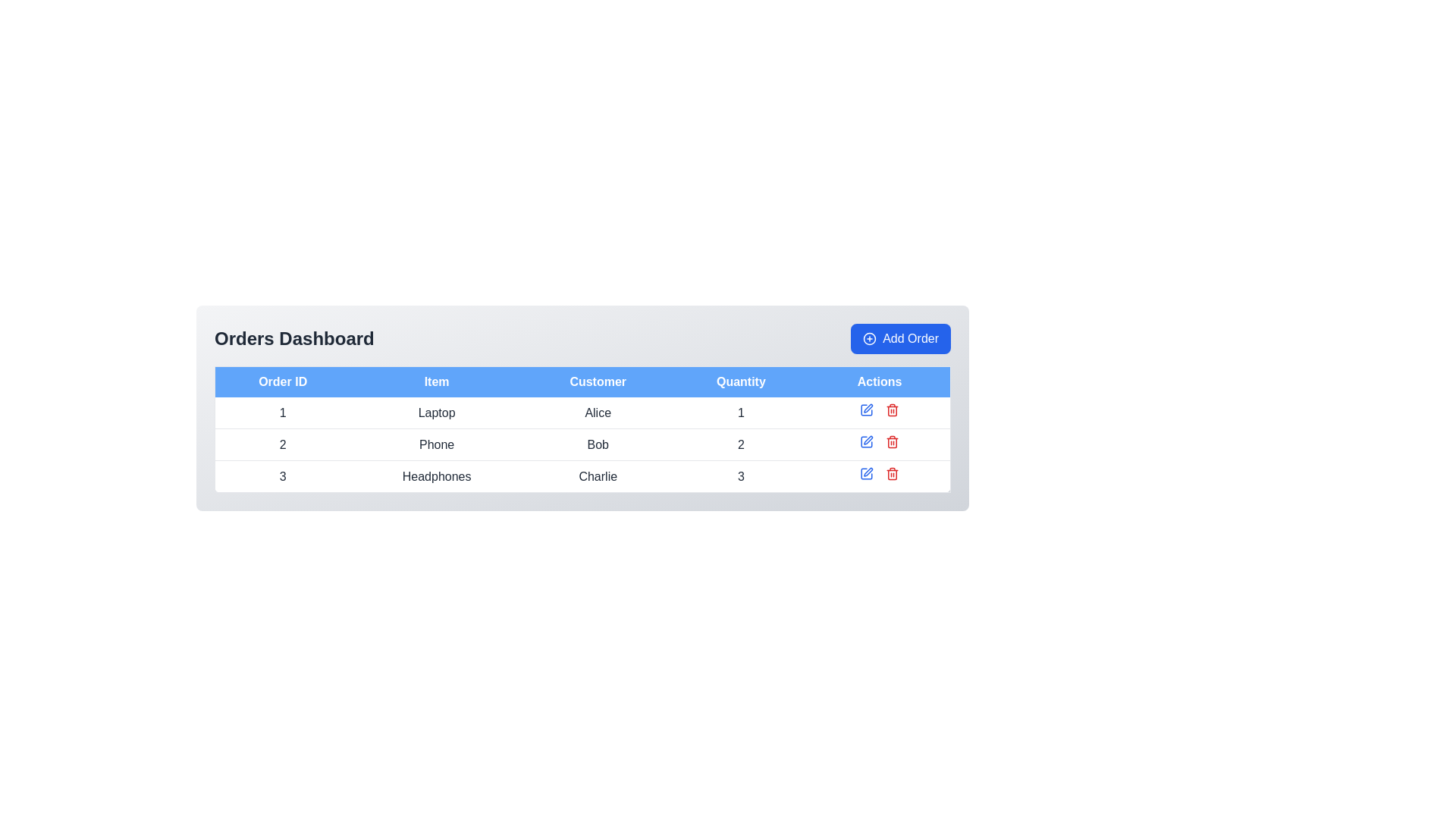 The height and width of the screenshot is (819, 1456). Describe the element at coordinates (597, 381) in the screenshot. I see `the table header label with the text 'Customer', which is styled with a blue background and white text, located between 'Item' and 'Quantity' in the table` at that location.